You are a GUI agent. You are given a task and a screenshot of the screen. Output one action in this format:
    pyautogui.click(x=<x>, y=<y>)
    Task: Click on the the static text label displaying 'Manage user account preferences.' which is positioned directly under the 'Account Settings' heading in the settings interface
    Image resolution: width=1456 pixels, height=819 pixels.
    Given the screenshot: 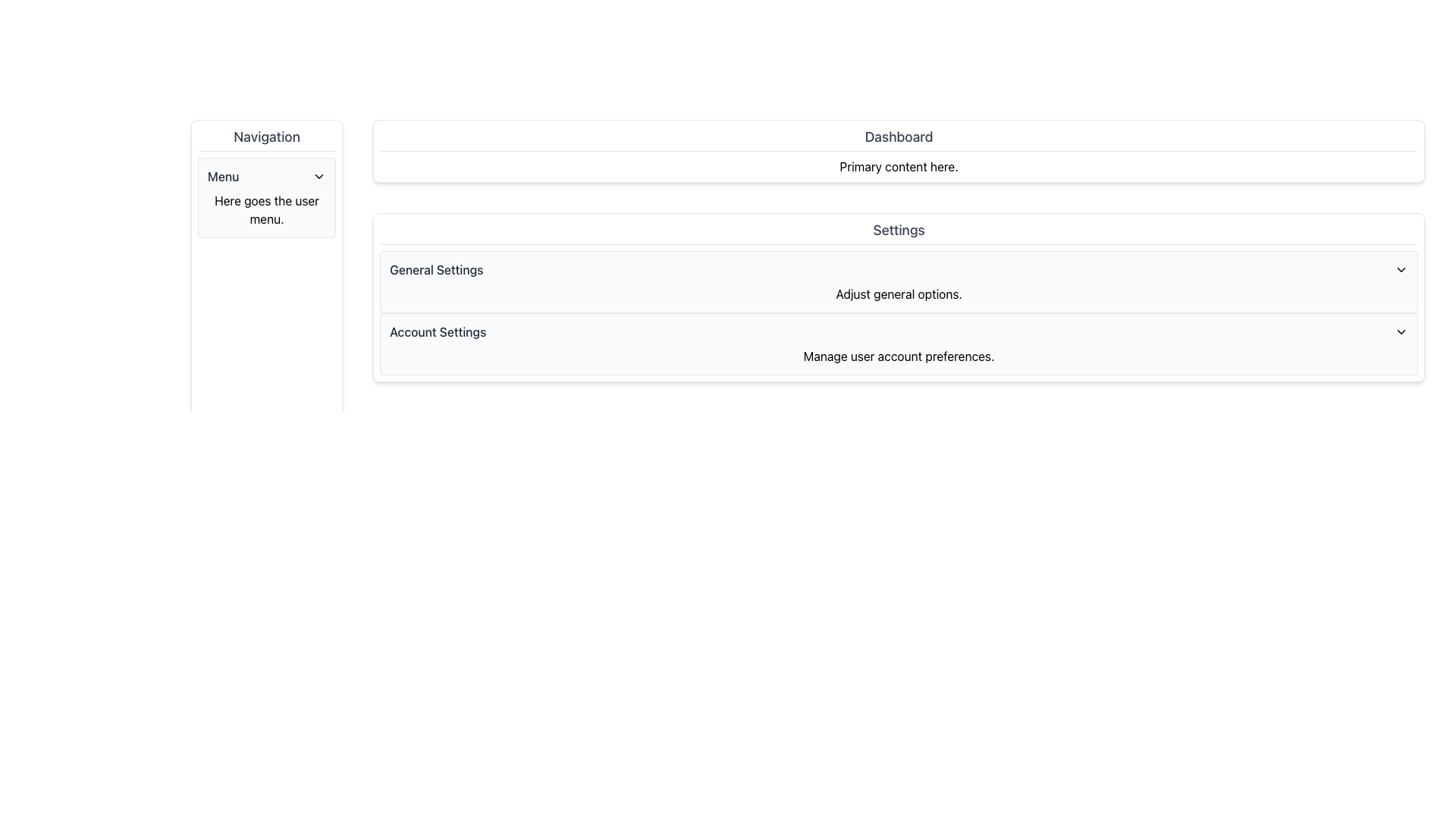 What is the action you would take?
    pyautogui.click(x=899, y=356)
    